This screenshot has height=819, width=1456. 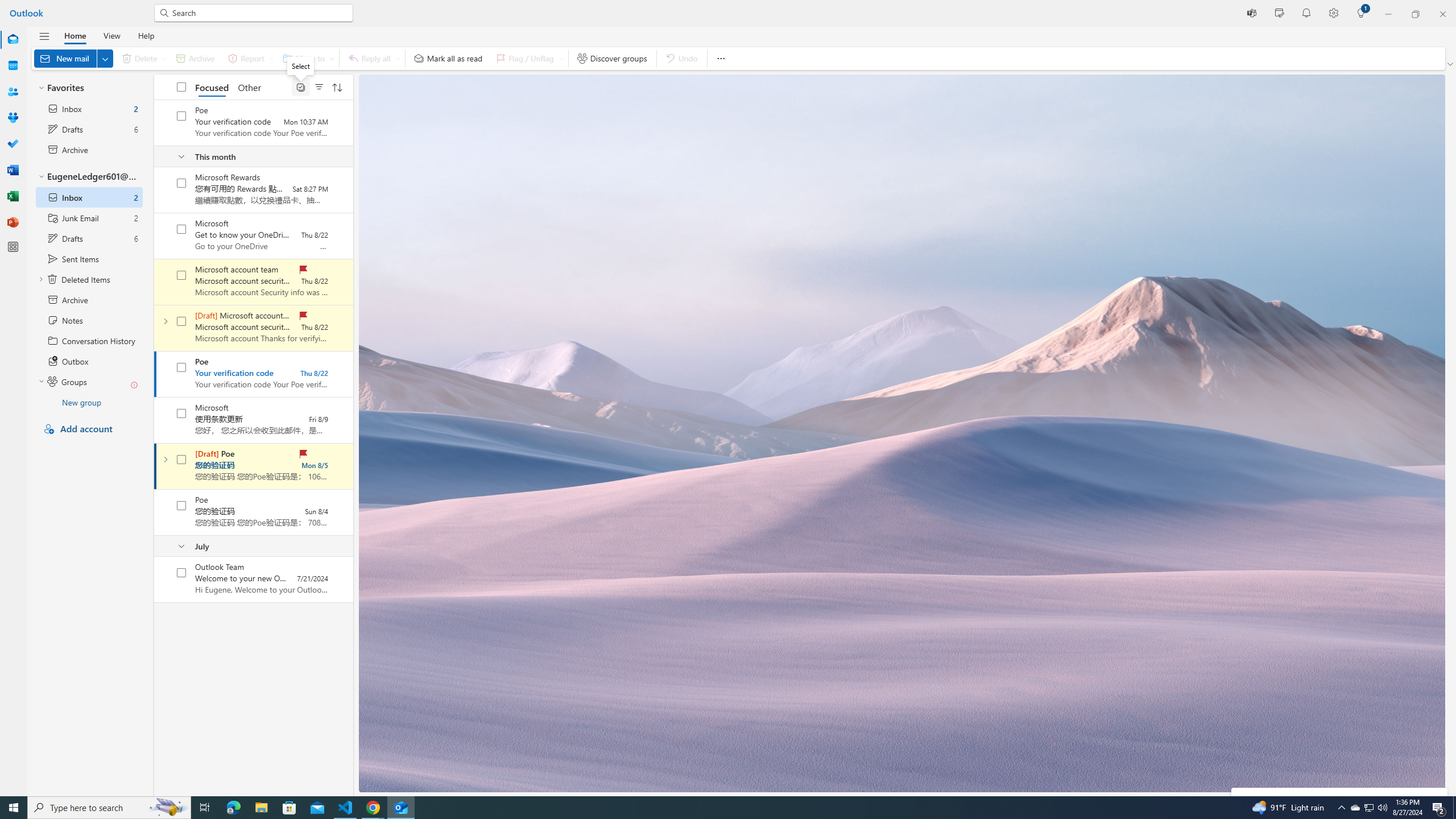 What do you see at coordinates (271, 58) in the screenshot?
I see `'Expand to see more report options'` at bounding box center [271, 58].